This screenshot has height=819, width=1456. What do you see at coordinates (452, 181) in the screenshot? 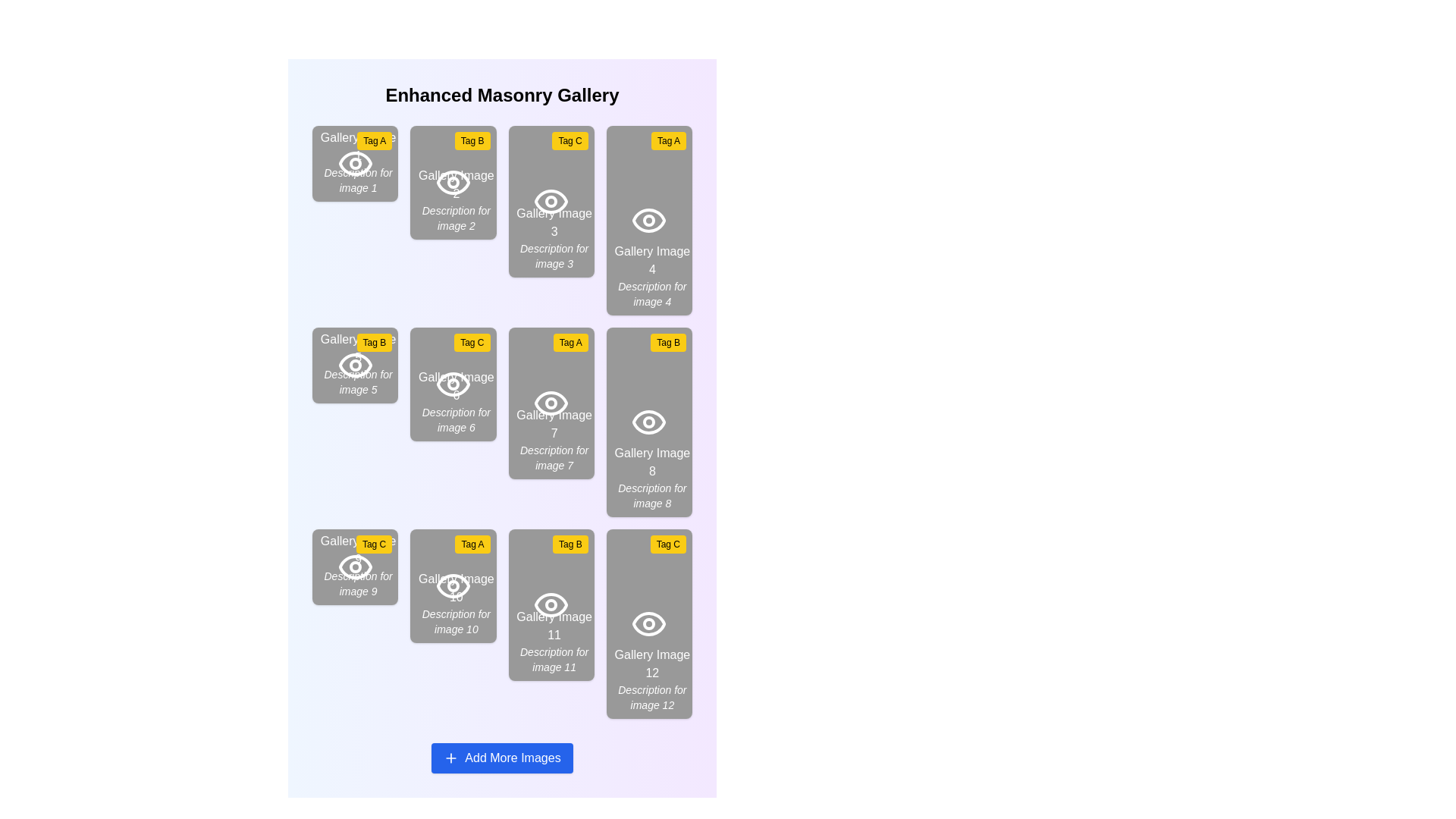
I see `the eye icon located centrally within the second card of the first row, above the text 'Description for image 2'` at bounding box center [452, 181].